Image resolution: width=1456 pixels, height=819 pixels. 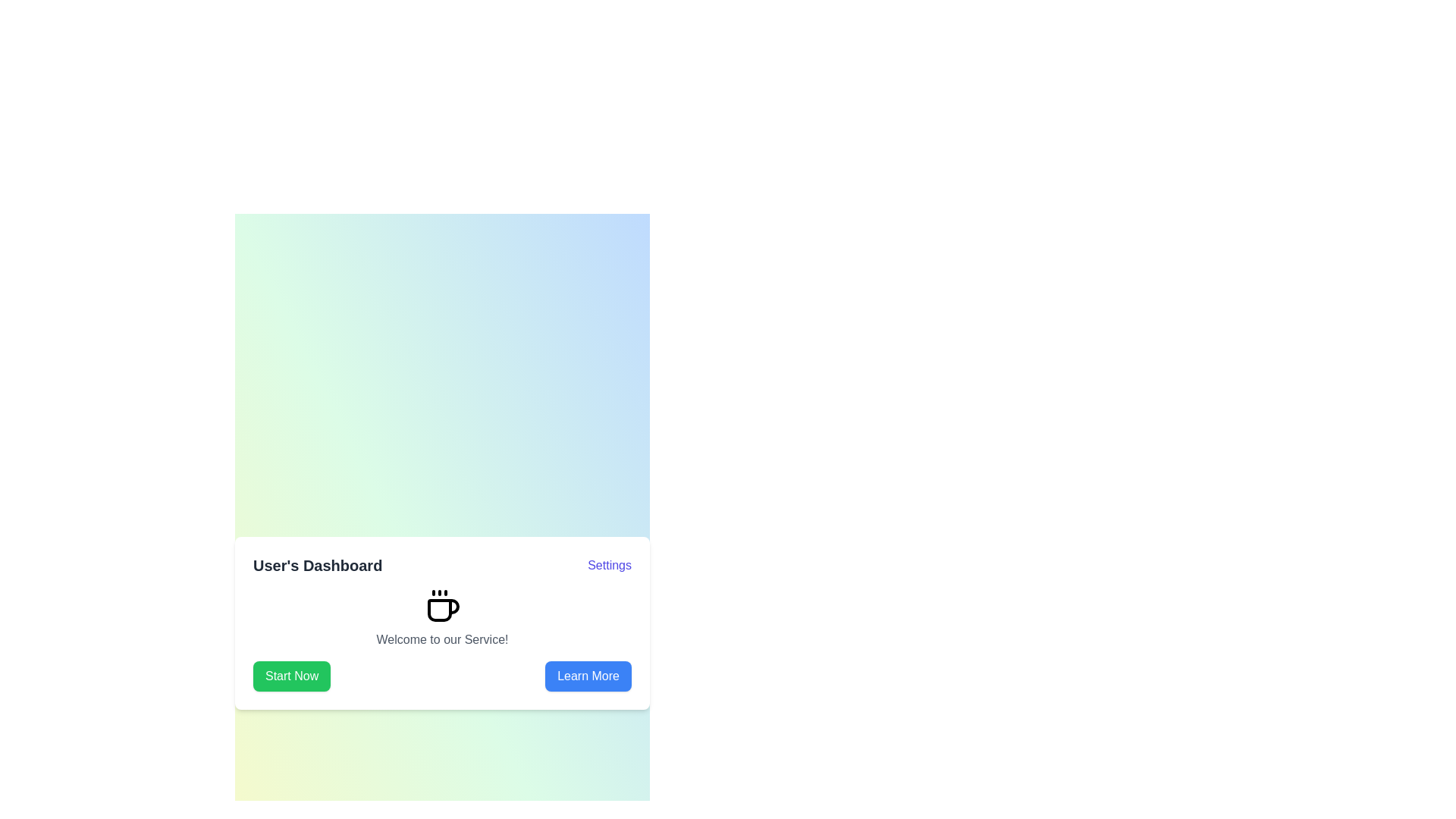 What do you see at coordinates (588, 675) in the screenshot?
I see `the rectangular button with a blue background and the label 'Learn More'` at bounding box center [588, 675].